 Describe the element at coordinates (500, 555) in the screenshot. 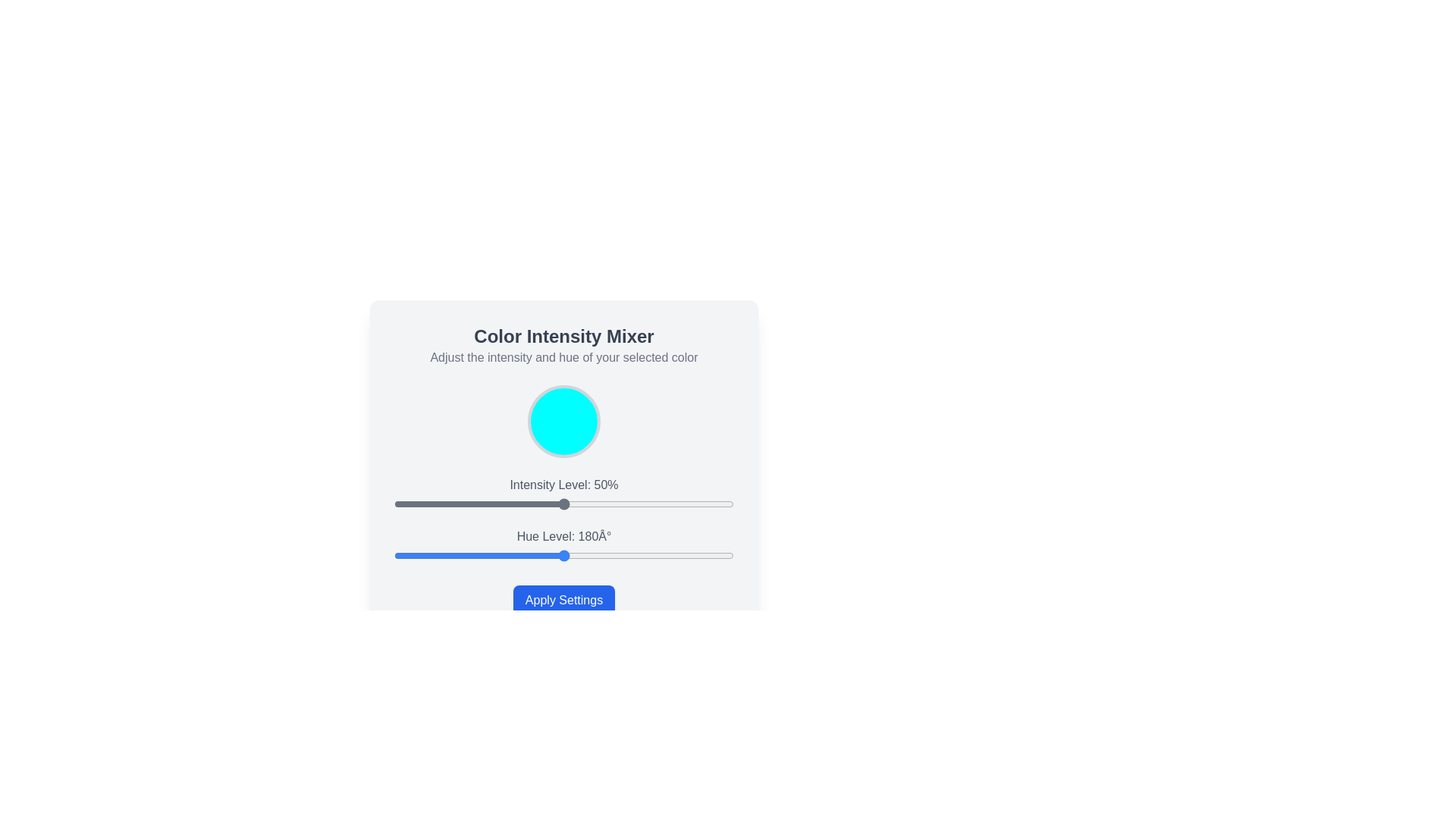

I see `the hue level slider to 112°` at that location.